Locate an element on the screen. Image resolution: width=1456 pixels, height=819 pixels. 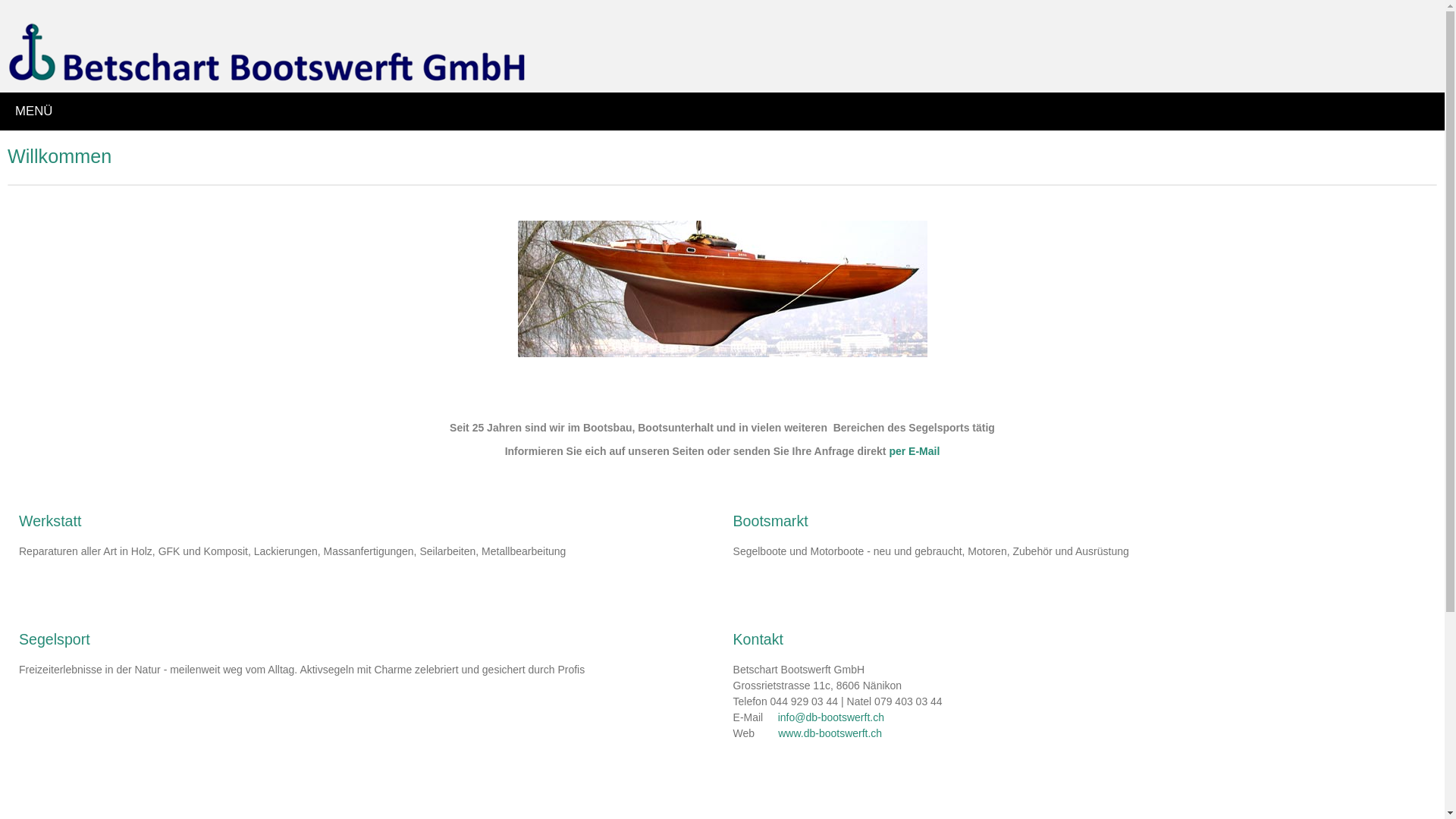
'Bootsmarkt' is located at coordinates (770, 519).